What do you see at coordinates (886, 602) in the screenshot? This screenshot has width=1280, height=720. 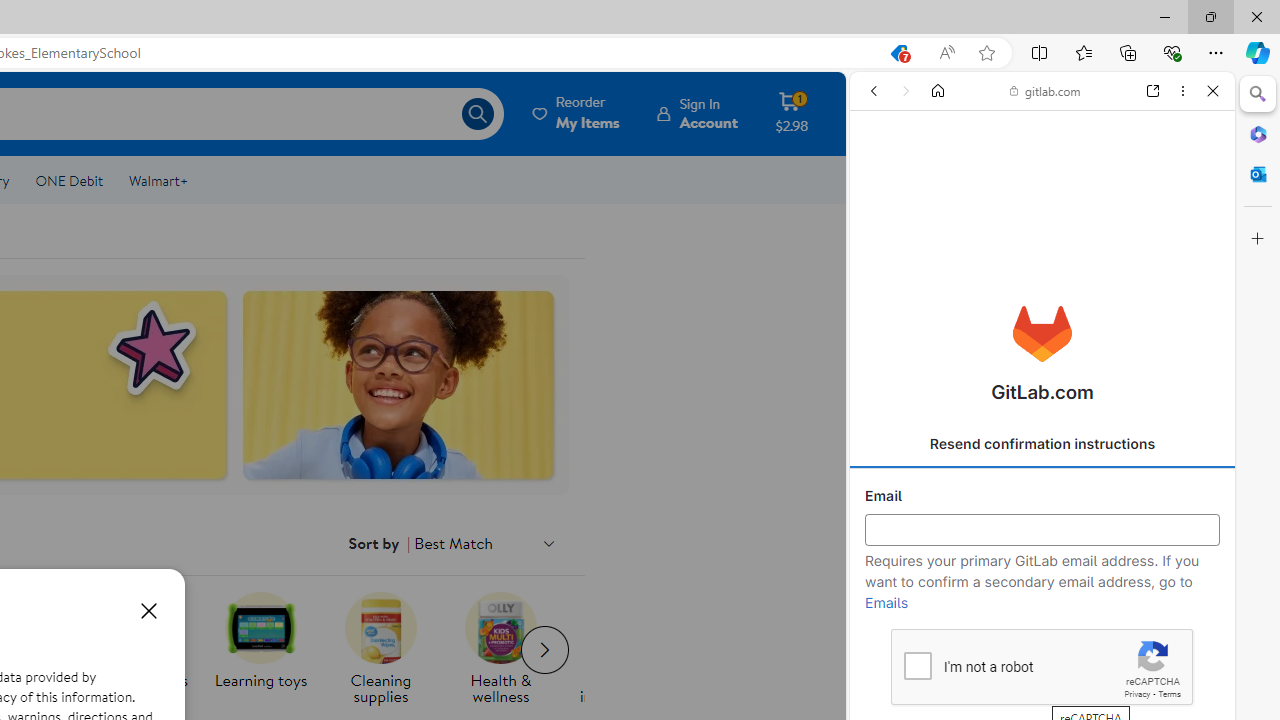 I see `'Emails'` at bounding box center [886, 602].